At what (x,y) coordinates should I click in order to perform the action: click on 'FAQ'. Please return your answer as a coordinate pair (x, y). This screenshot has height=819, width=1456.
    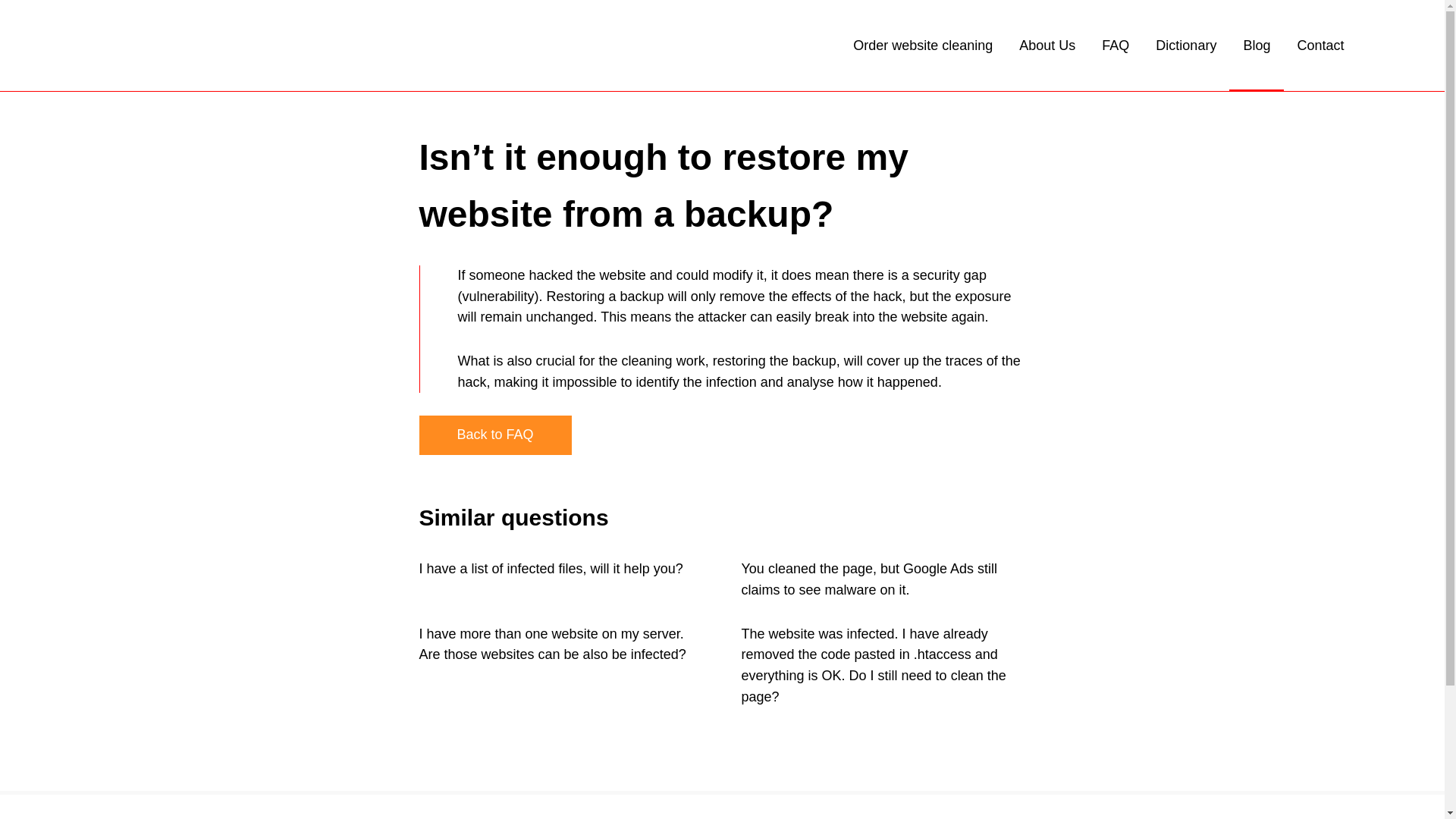
    Looking at the image, I should click on (1115, 45).